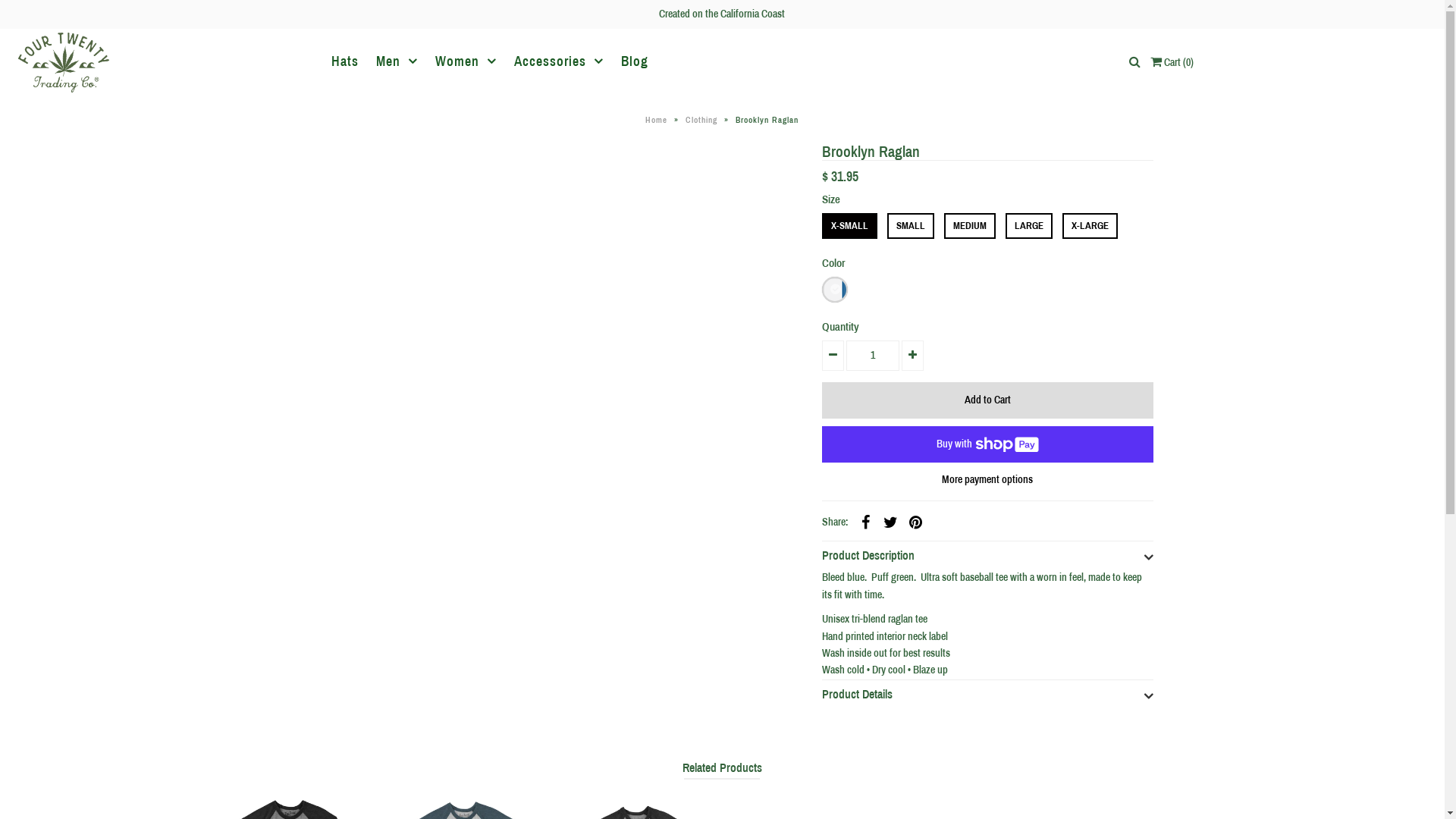  What do you see at coordinates (720, 14) in the screenshot?
I see `'Created on the California Coast'` at bounding box center [720, 14].